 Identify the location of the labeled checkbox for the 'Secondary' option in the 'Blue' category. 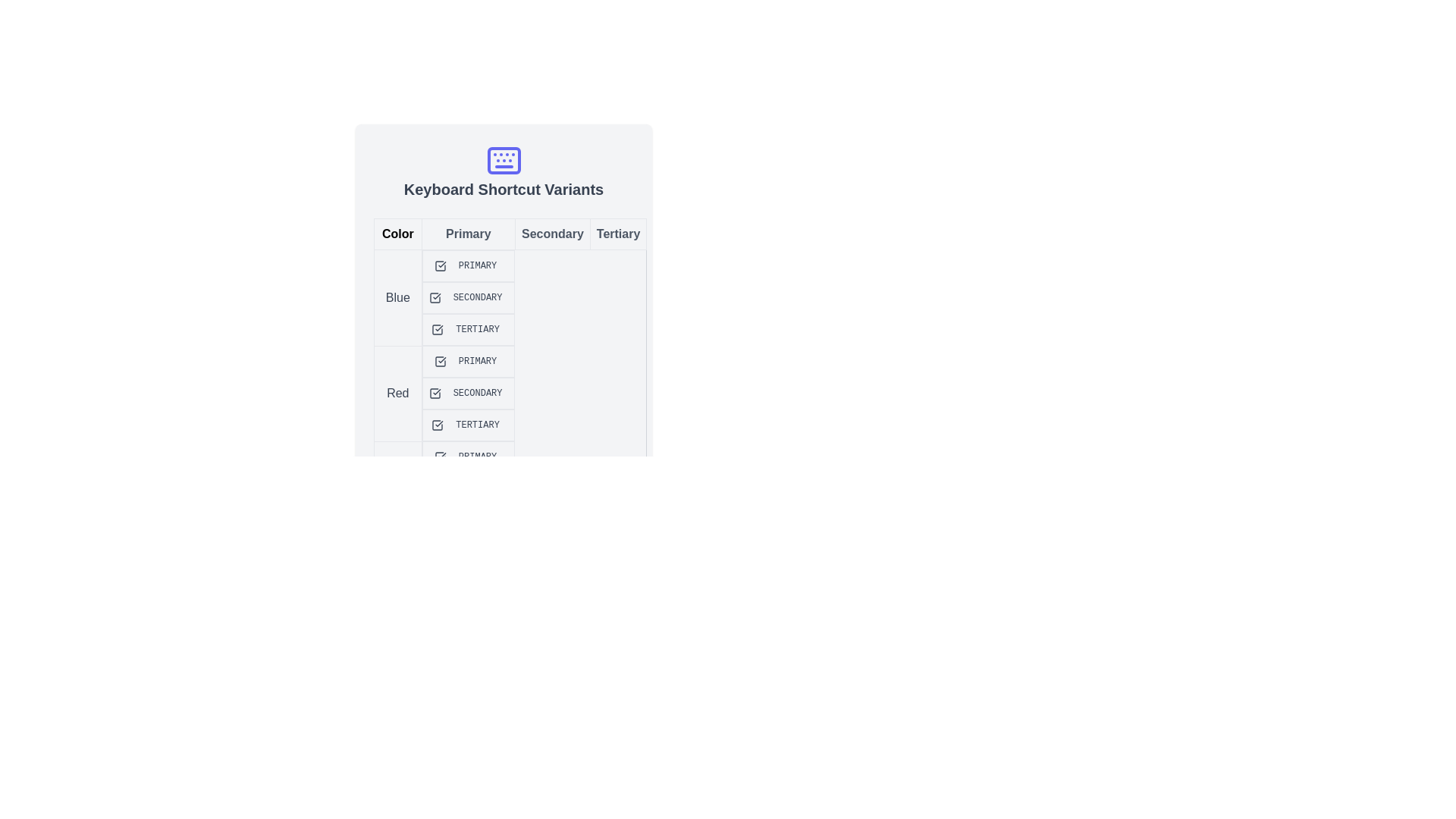
(468, 298).